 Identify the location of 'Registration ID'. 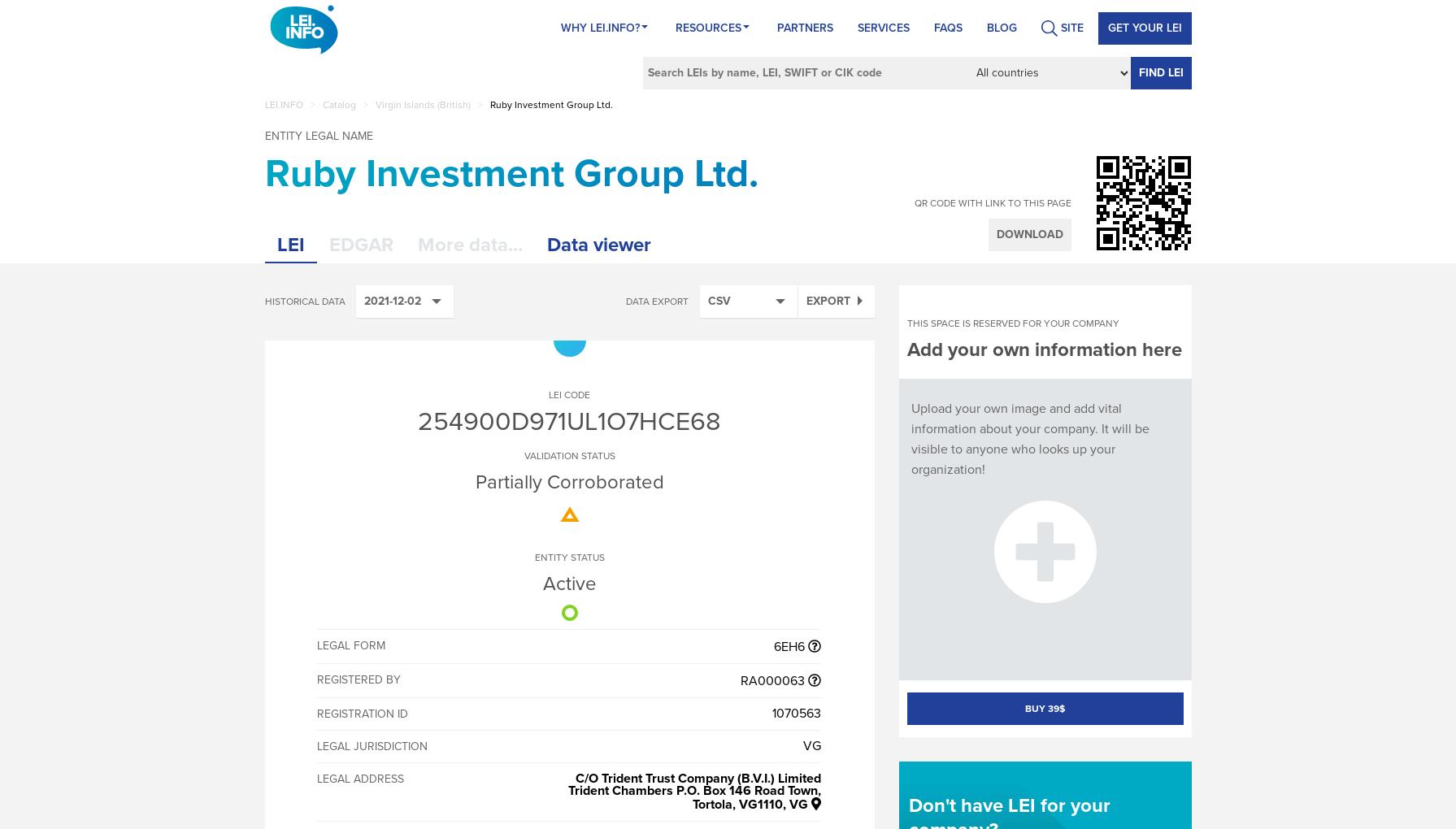
(362, 713).